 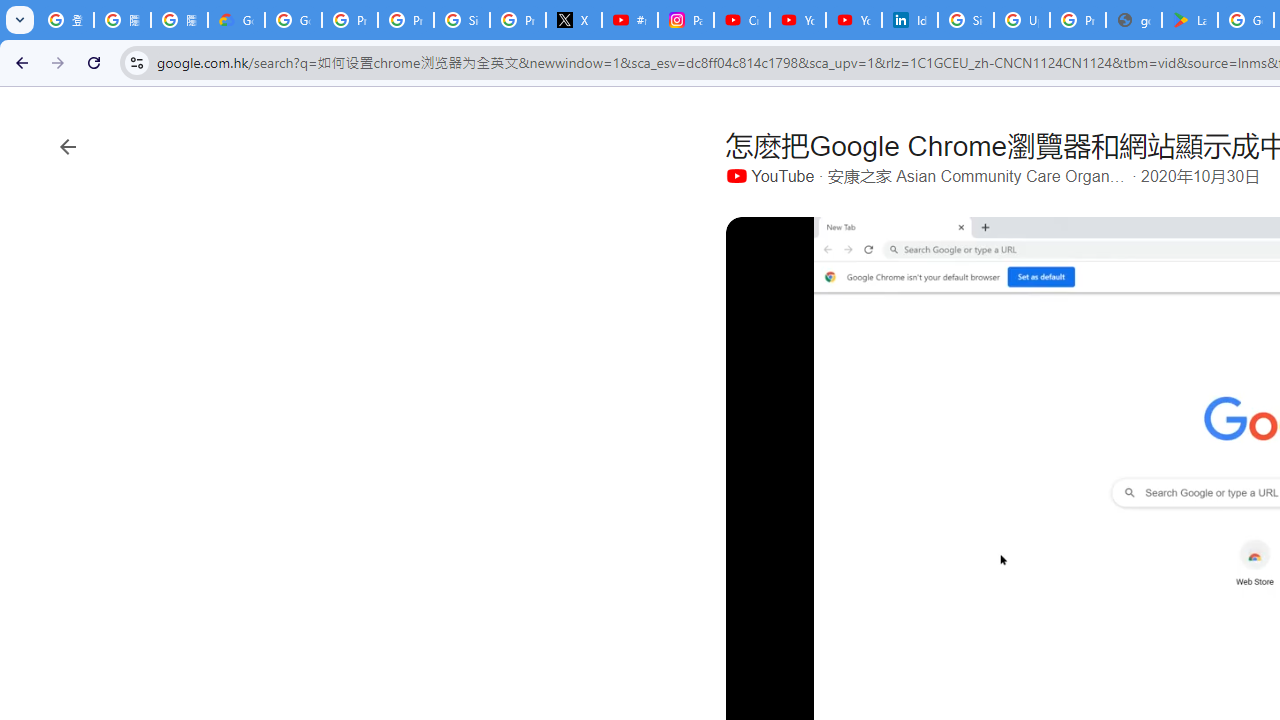 I want to click on 'Privacy Help Center - Policies Help', so click(x=404, y=20).